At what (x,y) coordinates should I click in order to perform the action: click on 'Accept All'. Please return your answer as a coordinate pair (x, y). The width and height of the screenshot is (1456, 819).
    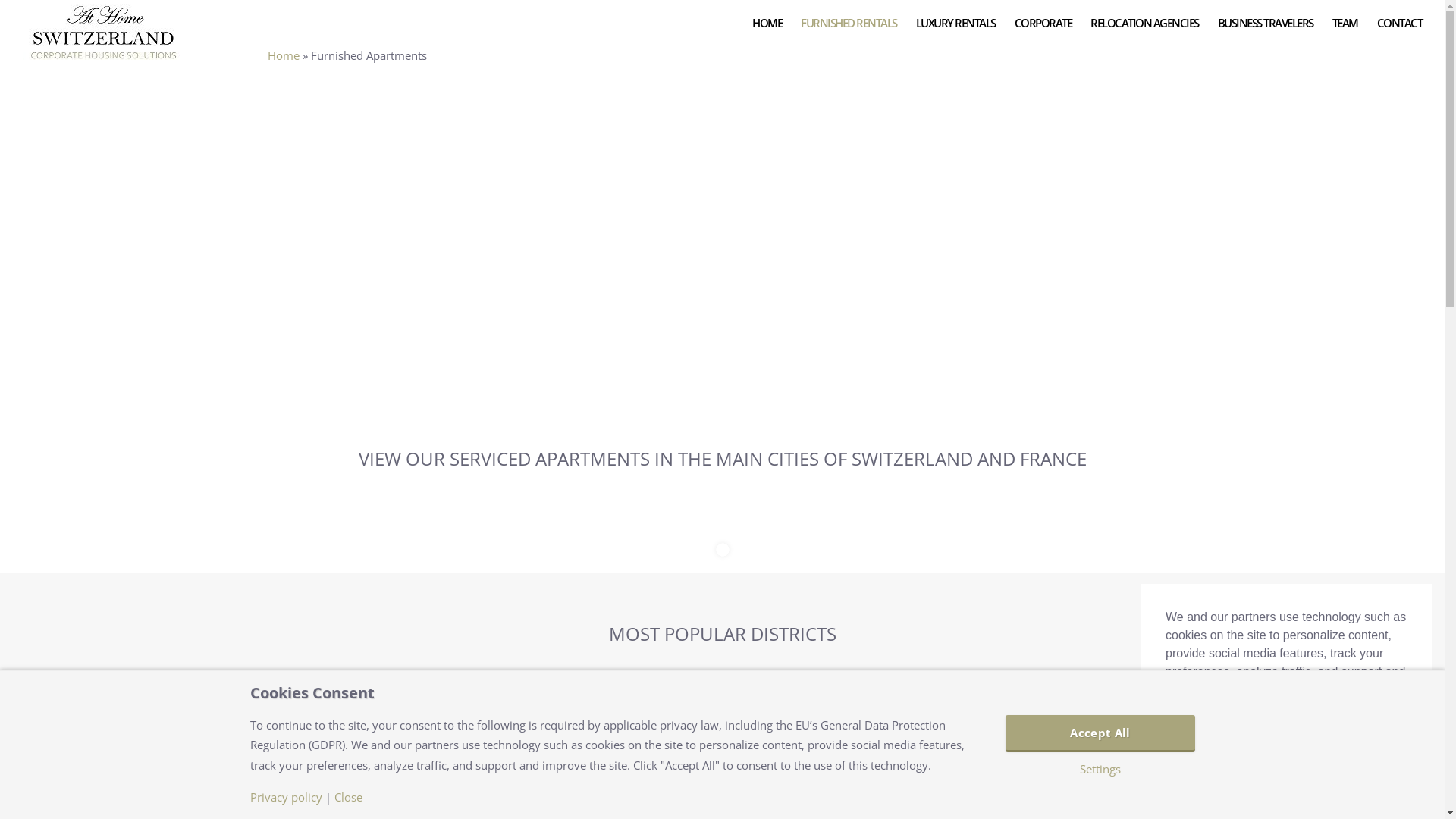
    Looking at the image, I should click on (1005, 733).